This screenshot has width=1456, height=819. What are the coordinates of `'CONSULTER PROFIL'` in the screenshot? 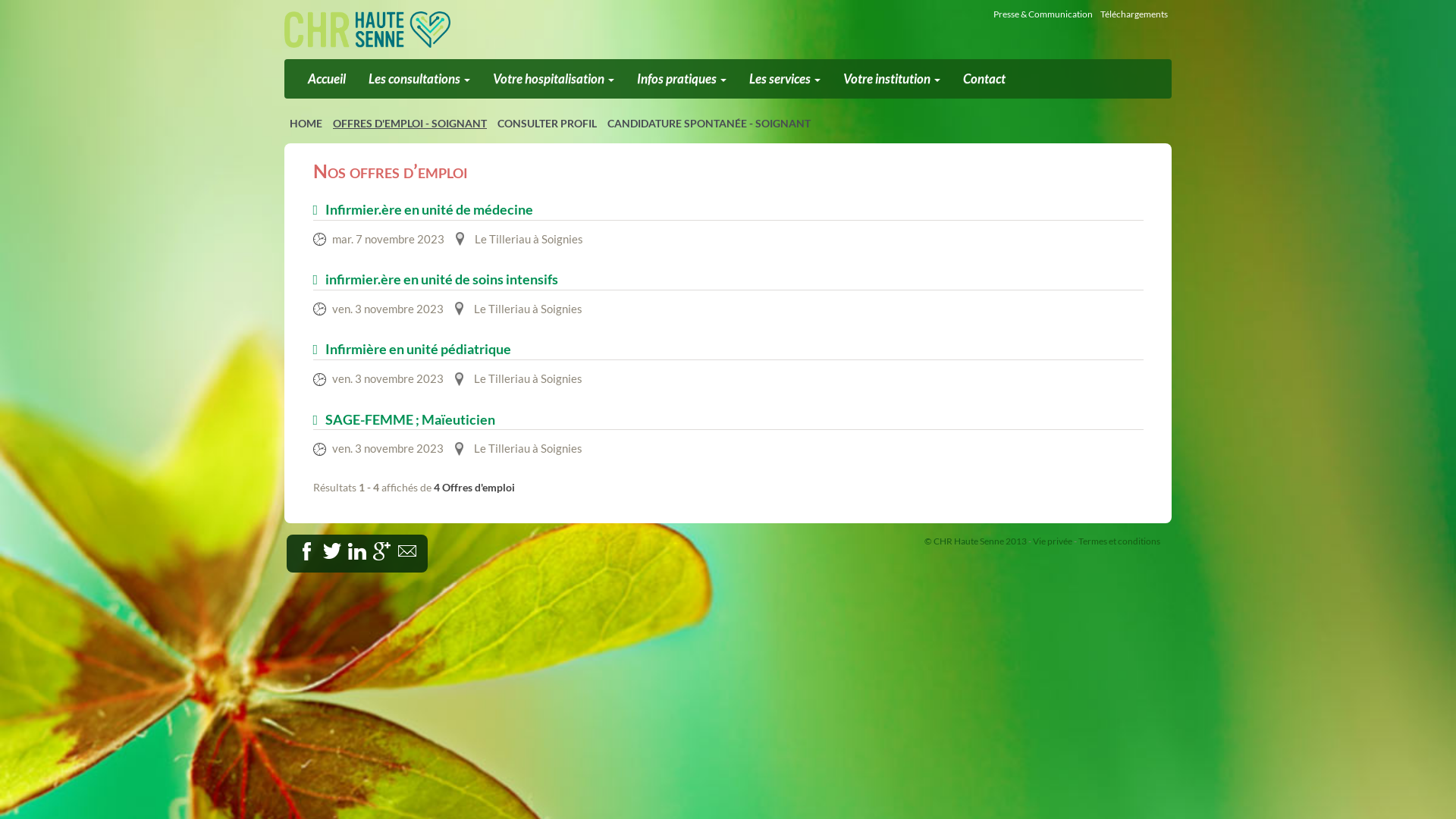 It's located at (546, 122).